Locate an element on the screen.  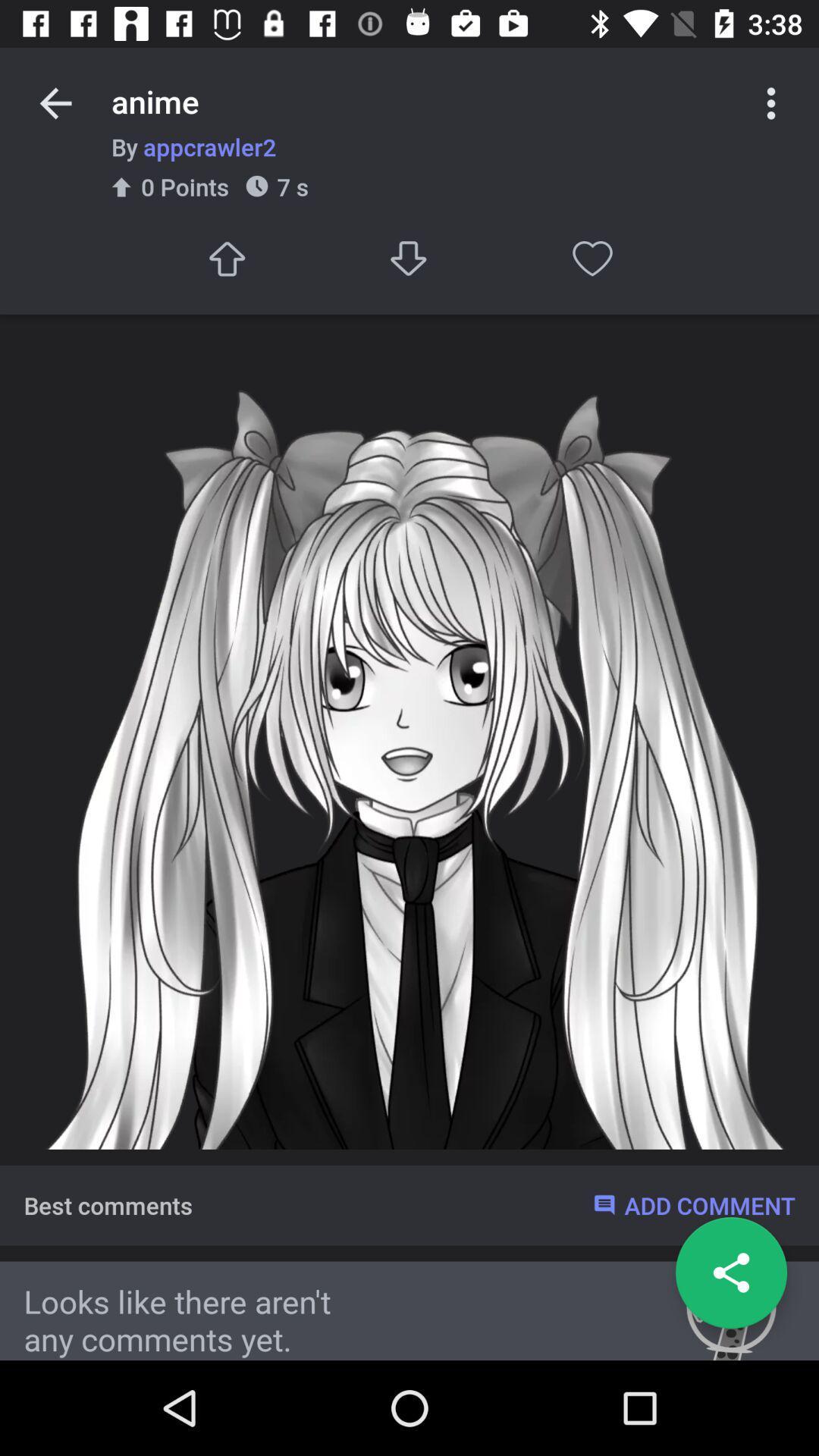
choose the selection is located at coordinates (226, 259).